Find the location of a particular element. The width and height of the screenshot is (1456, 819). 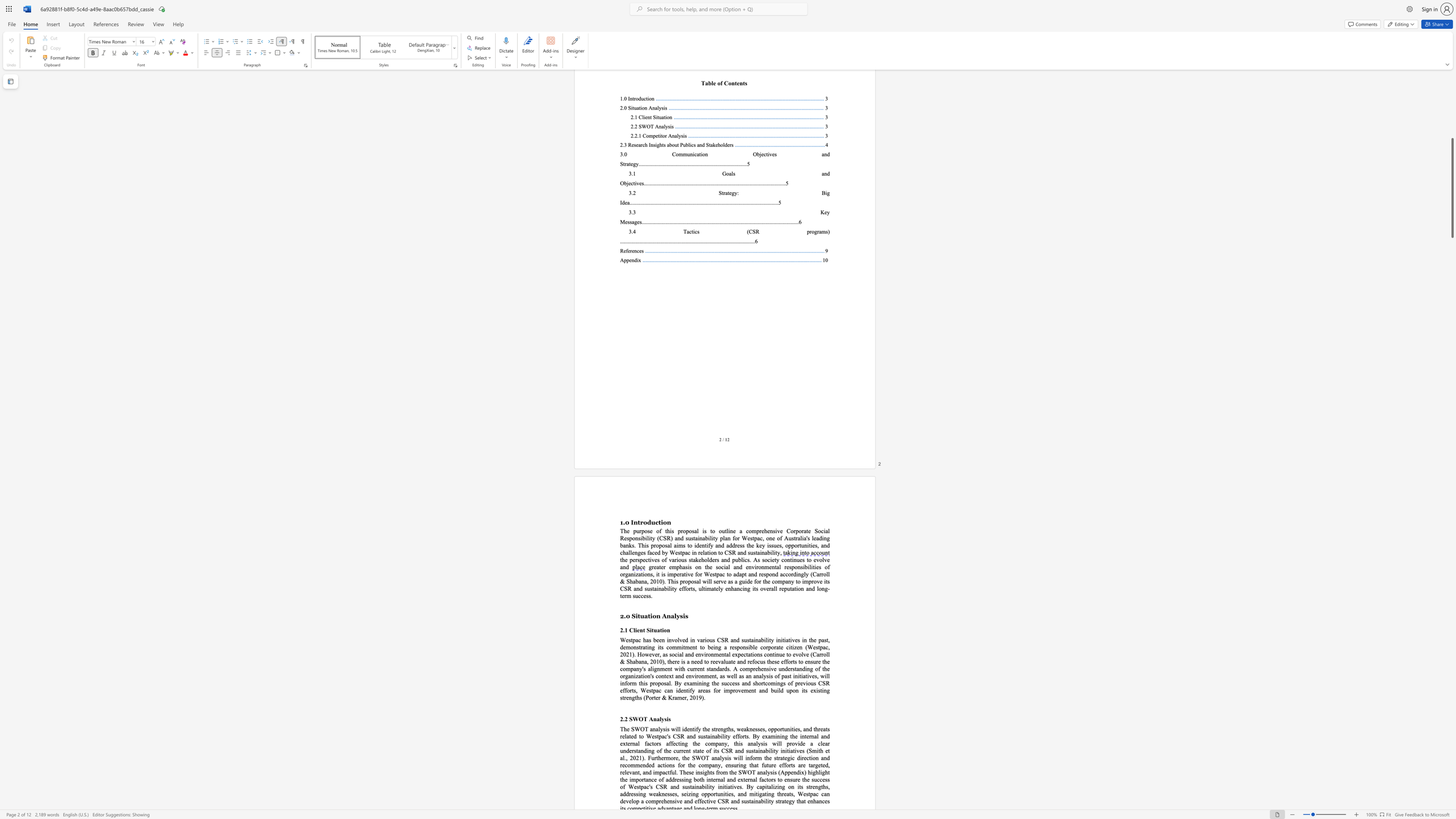

the subset text "ratin" within the text "demonstrating" is located at coordinates (640, 647).